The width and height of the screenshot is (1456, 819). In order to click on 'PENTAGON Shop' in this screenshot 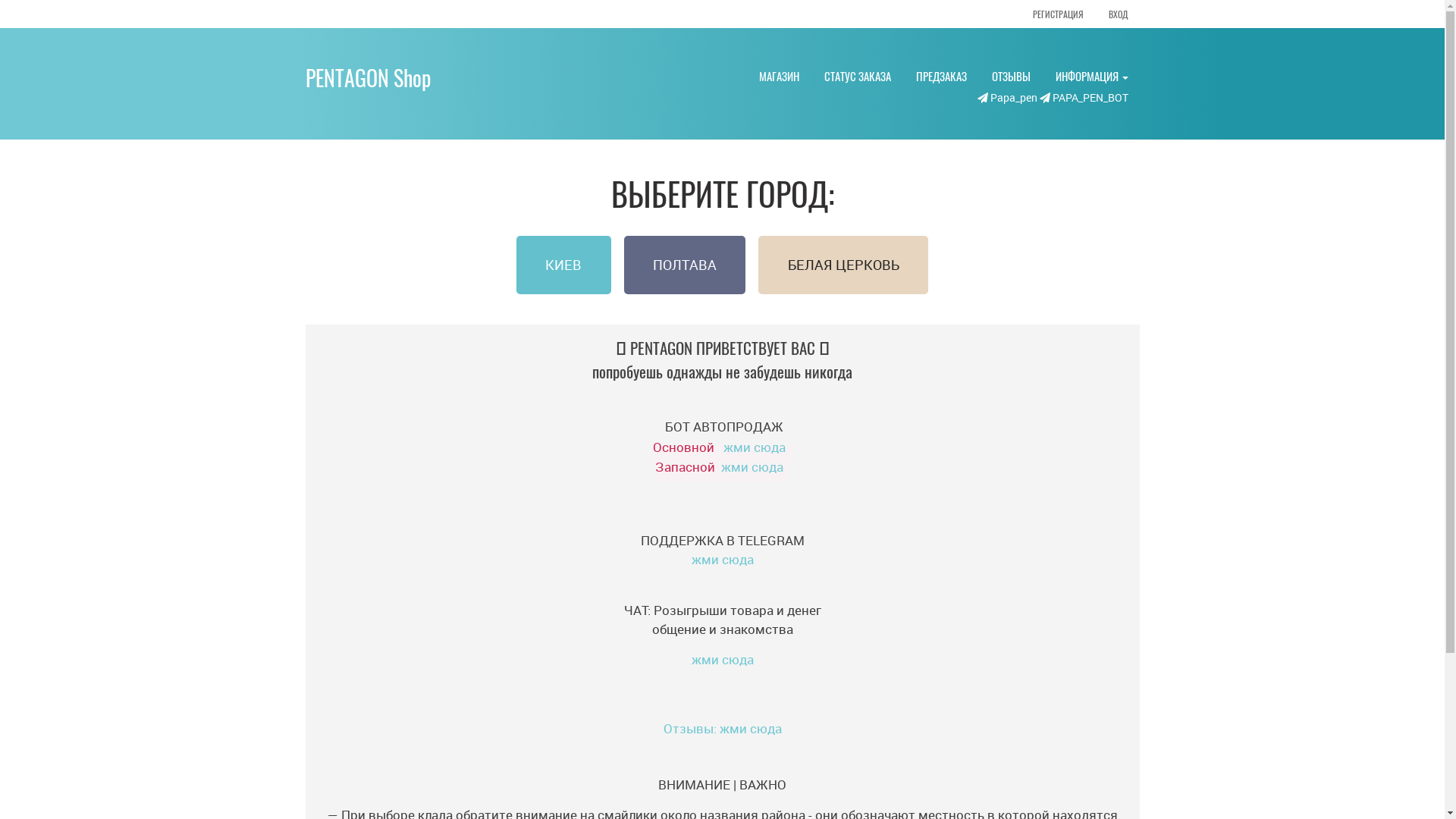, I will do `click(367, 77)`.